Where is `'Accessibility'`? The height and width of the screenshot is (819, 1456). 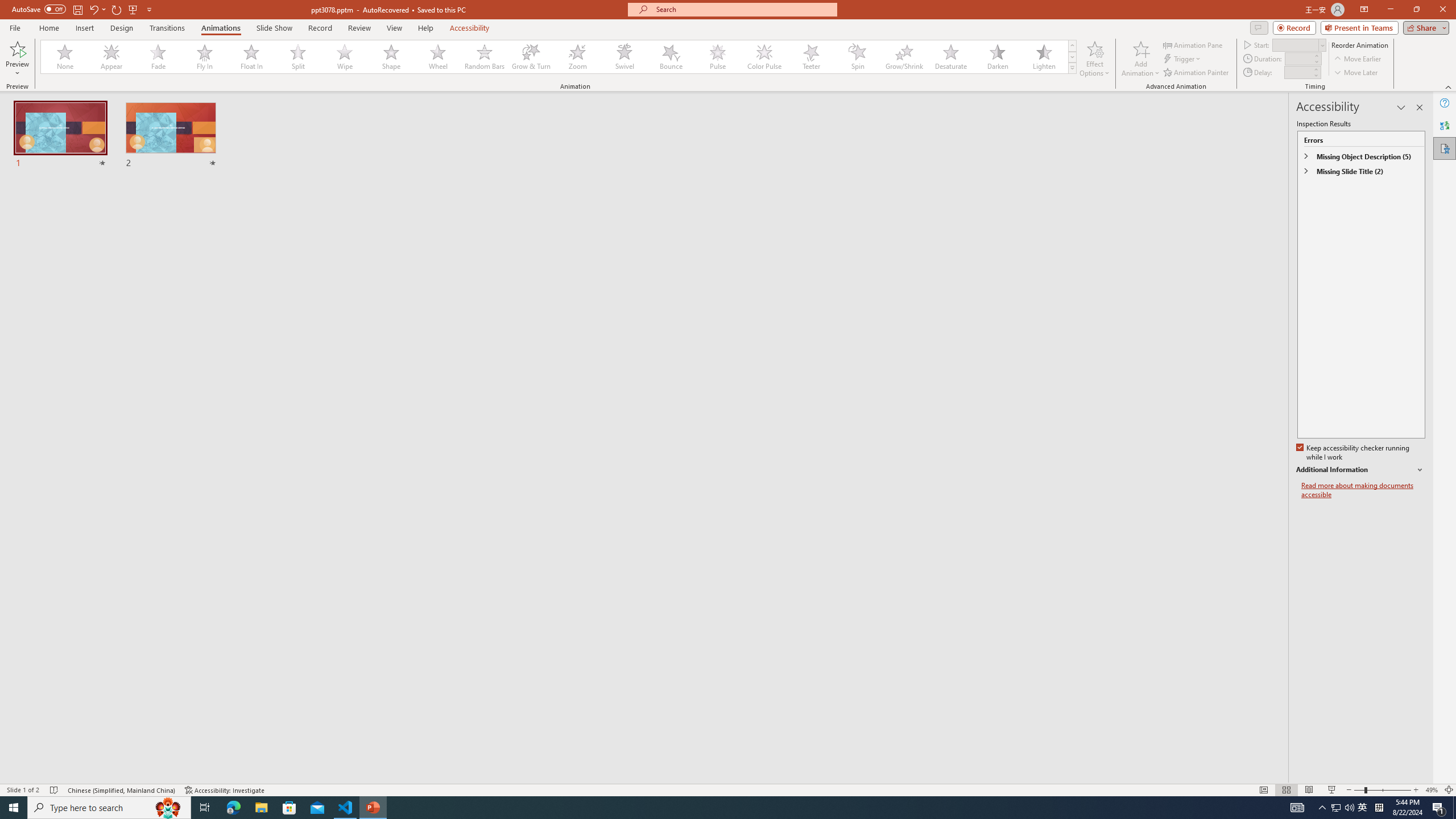 'Accessibility' is located at coordinates (1444, 148).